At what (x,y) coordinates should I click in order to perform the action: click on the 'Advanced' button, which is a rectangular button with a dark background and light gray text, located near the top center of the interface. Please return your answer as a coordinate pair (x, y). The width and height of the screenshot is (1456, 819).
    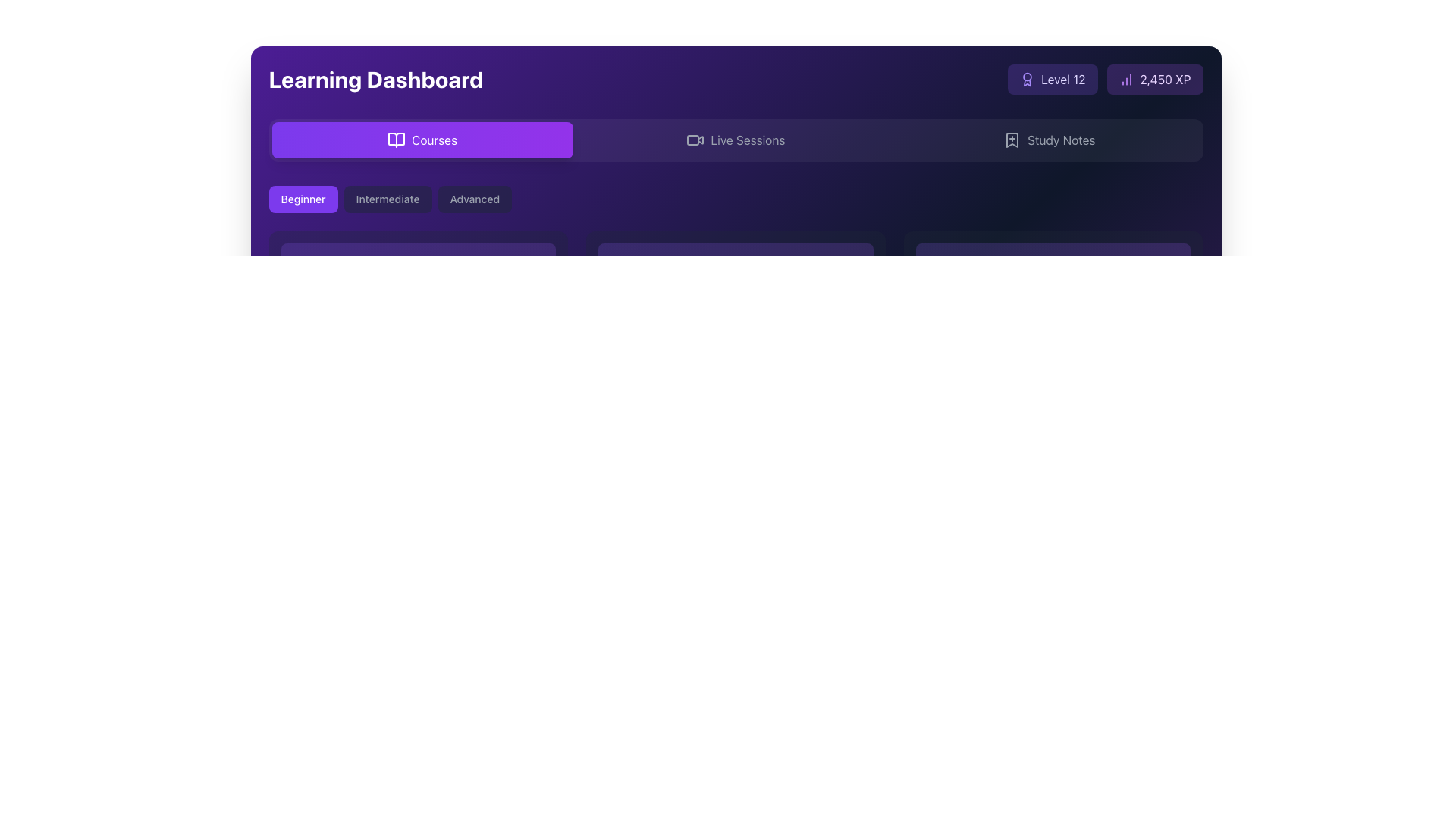
    Looking at the image, I should click on (473, 198).